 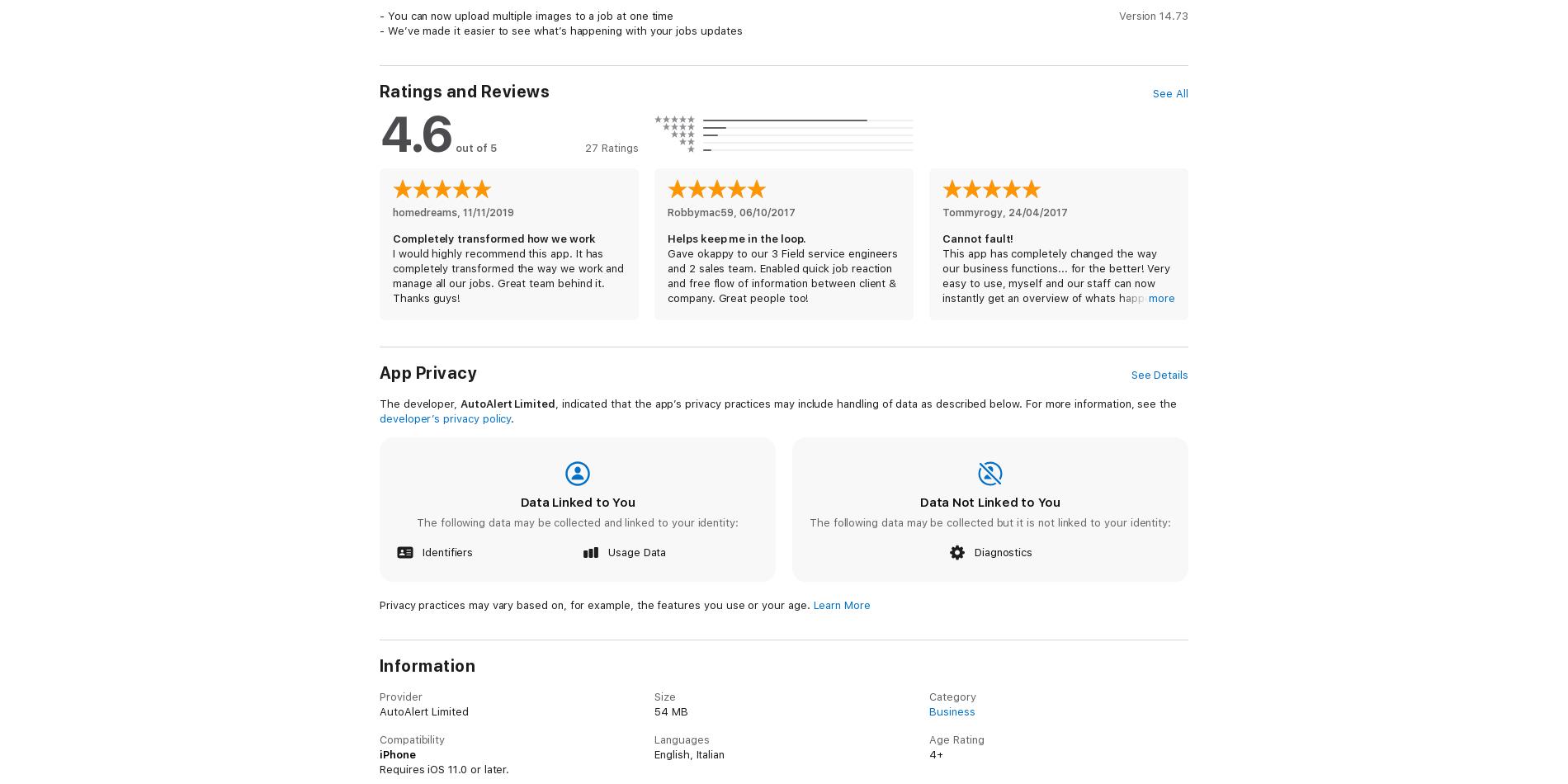 I want to click on 'English, Italian', so click(x=688, y=753).